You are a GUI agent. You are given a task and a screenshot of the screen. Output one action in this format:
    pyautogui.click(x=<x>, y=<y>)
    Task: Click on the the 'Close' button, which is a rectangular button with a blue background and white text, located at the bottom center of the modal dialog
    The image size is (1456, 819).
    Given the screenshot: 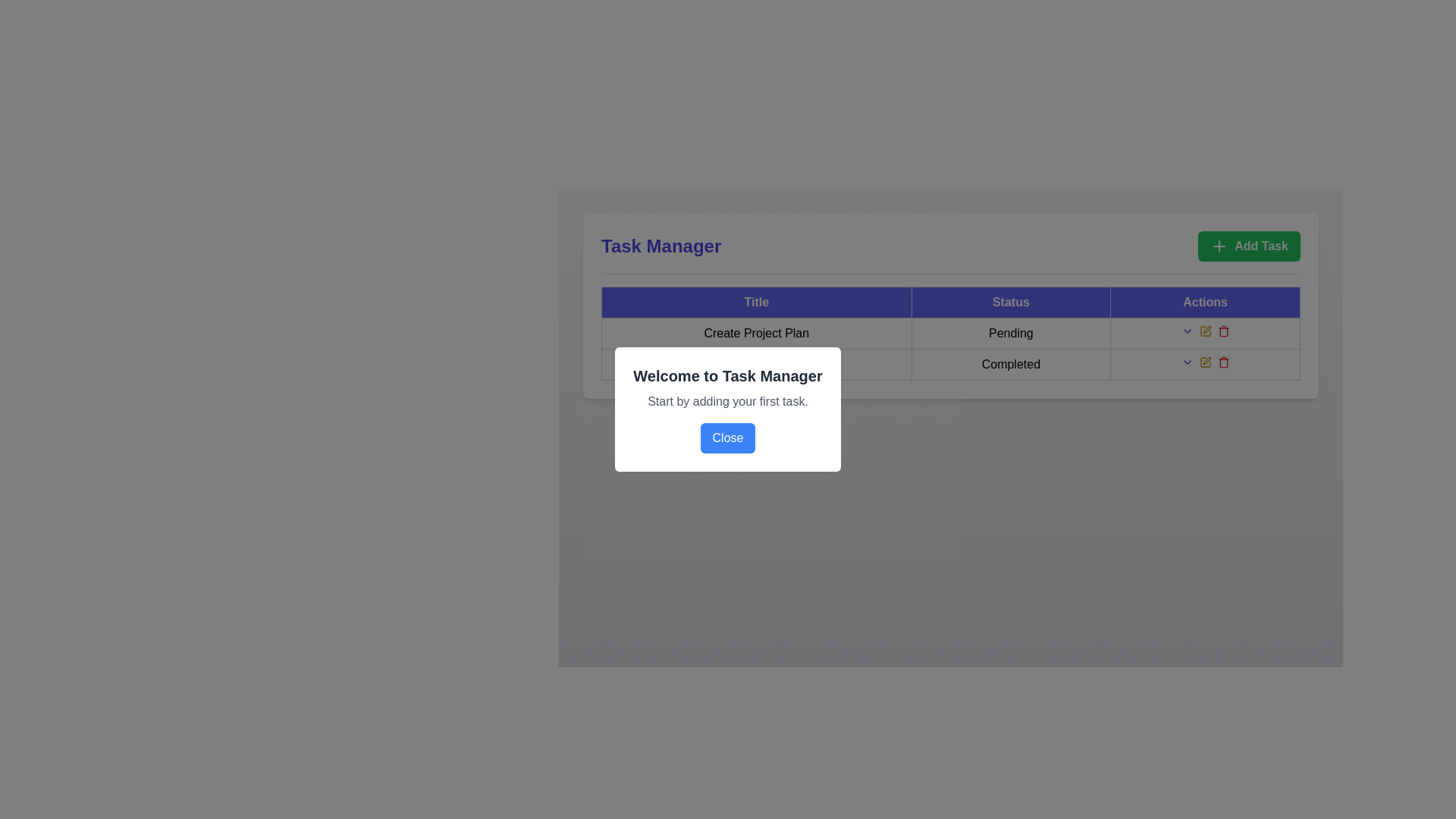 What is the action you would take?
    pyautogui.click(x=728, y=438)
    